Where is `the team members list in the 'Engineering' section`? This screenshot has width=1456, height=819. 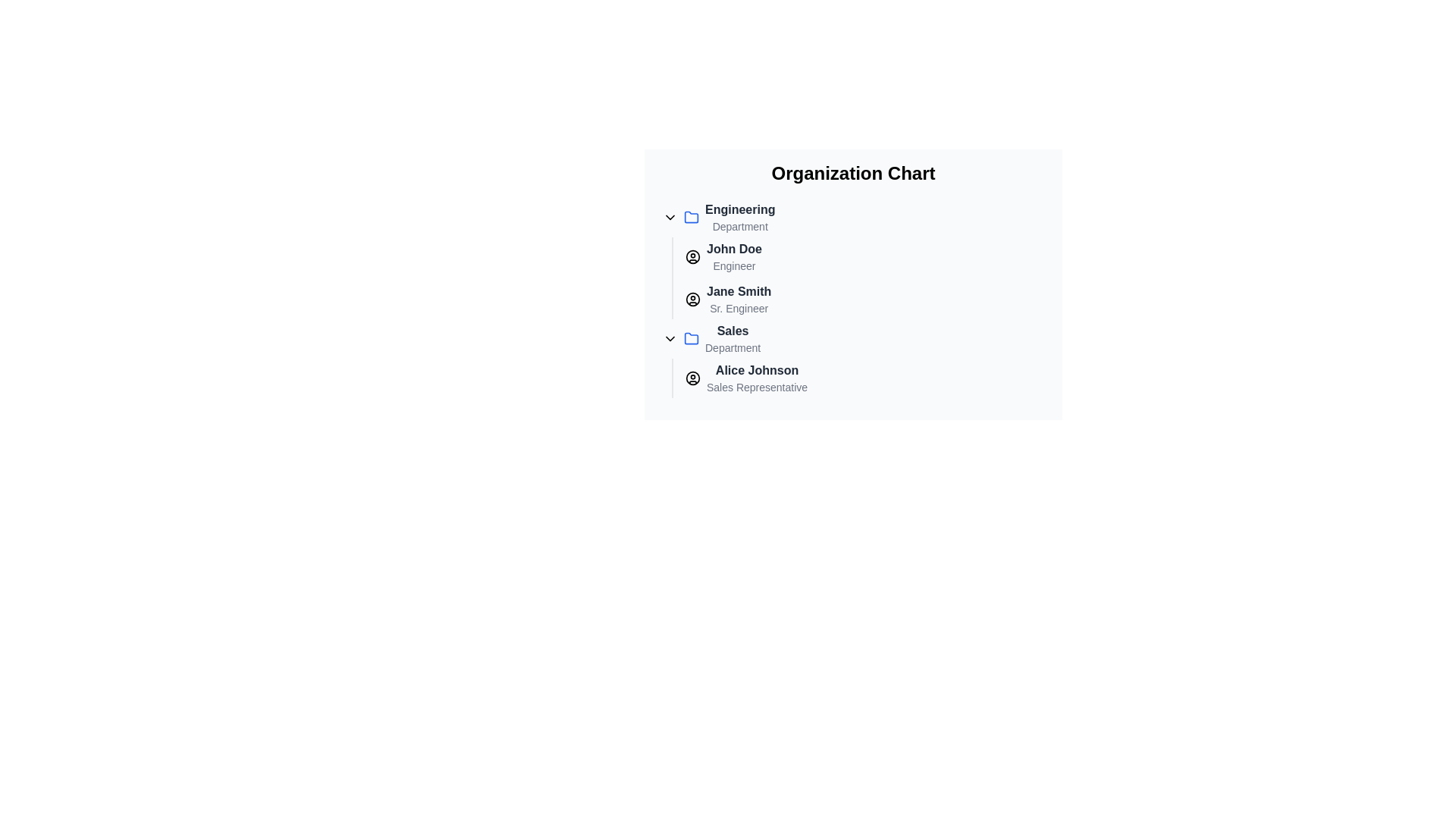 the team members list in the 'Engineering' section is located at coordinates (861, 278).